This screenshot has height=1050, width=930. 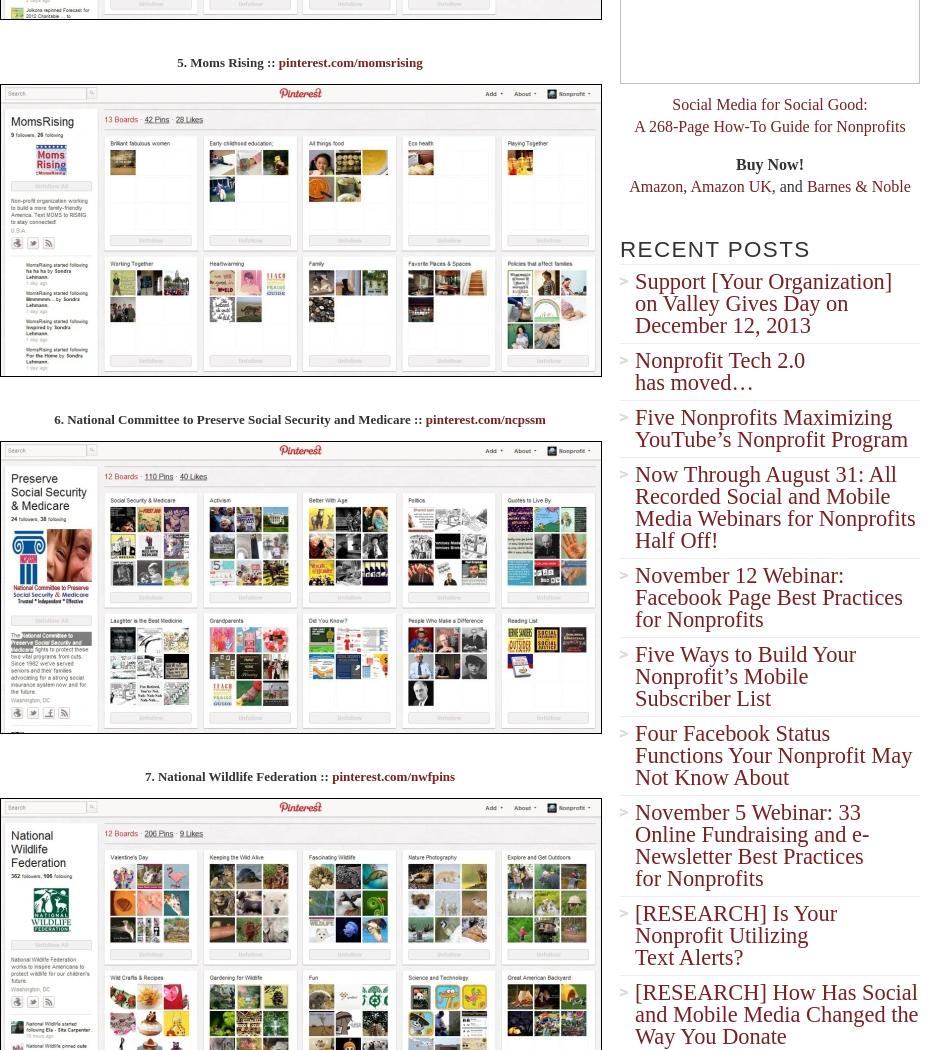 What do you see at coordinates (239, 417) in the screenshot?
I see `'6. National Committee to Preserve Social Security and Medicare ::'` at bounding box center [239, 417].